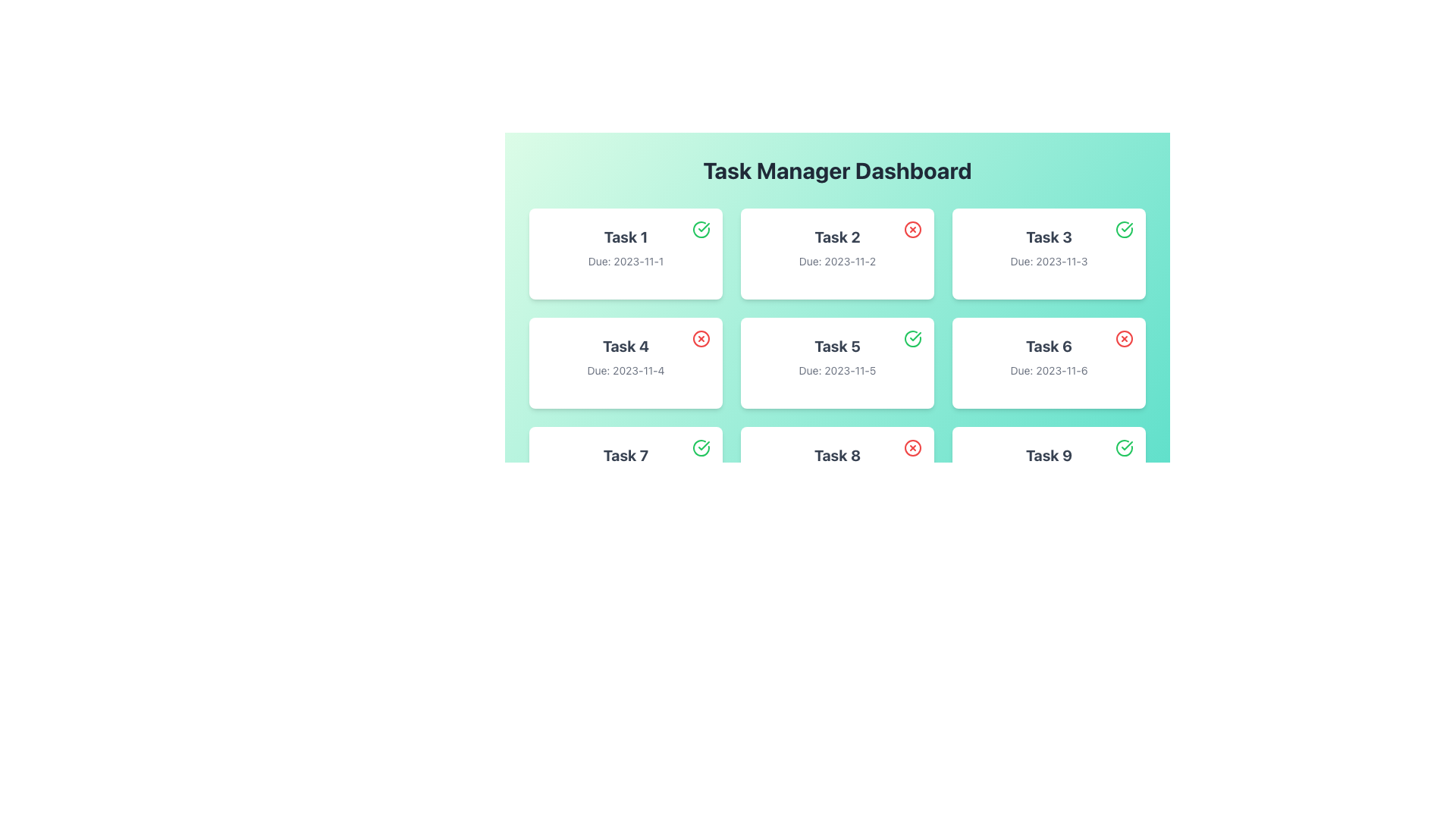 This screenshot has width=1456, height=819. Describe the element at coordinates (626, 371) in the screenshot. I see `the static text label displaying 'Due: 2023-11-4', which is positioned beneath the title 'Task 4' in the task layout` at that location.